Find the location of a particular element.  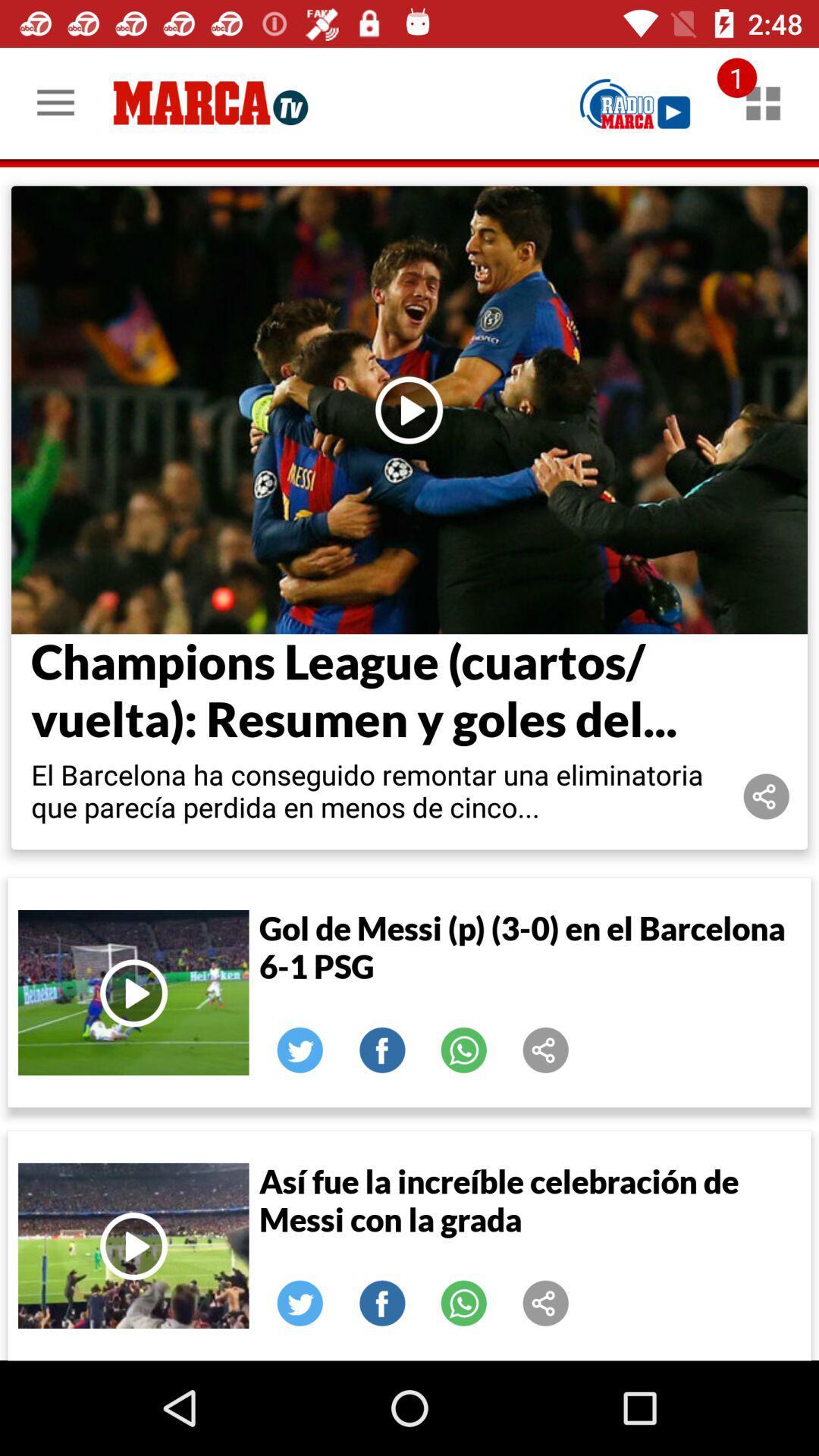

share on whatsapp is located at coordinates (463, 1302).